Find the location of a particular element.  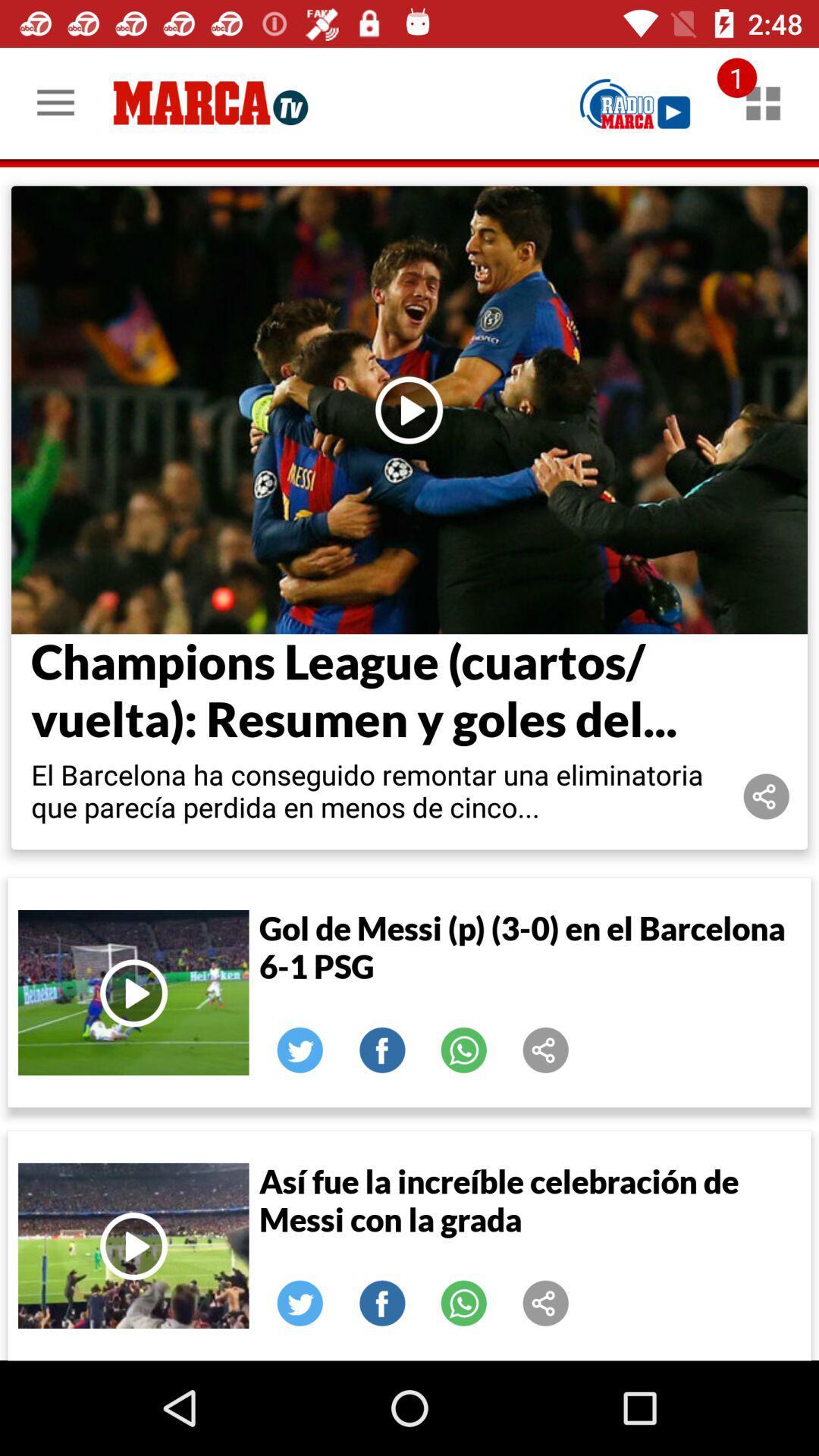

share on whatsapp is located at coordinates (463, 1302).